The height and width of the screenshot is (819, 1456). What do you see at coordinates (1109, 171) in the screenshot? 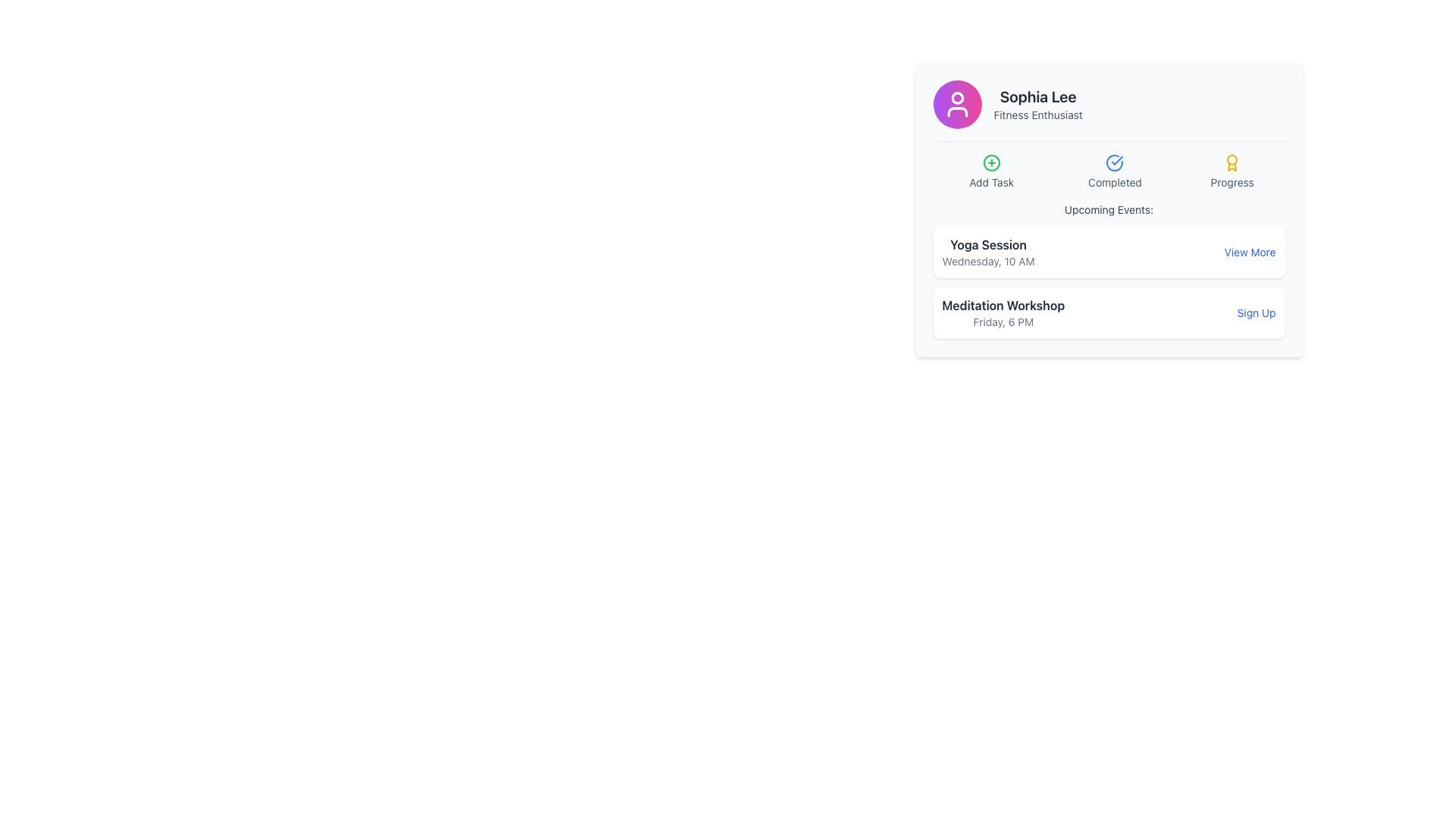
I see `the grouped navigation component containing the items 'Add Task', 'Completed', and 'Progress'` at bounding box center [1109, 171].